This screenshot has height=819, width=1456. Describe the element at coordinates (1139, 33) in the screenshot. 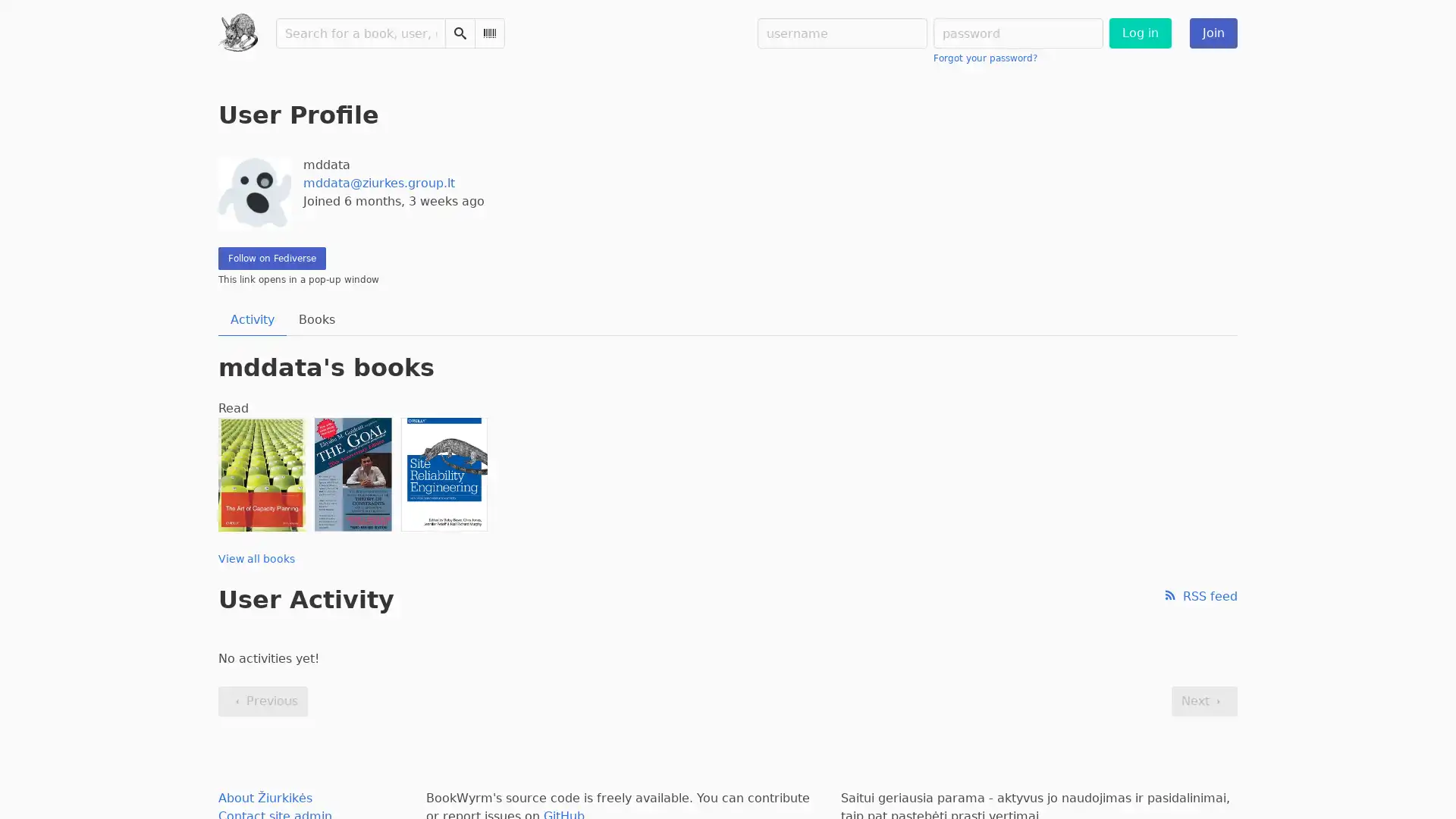

I see `Log in` at that location.